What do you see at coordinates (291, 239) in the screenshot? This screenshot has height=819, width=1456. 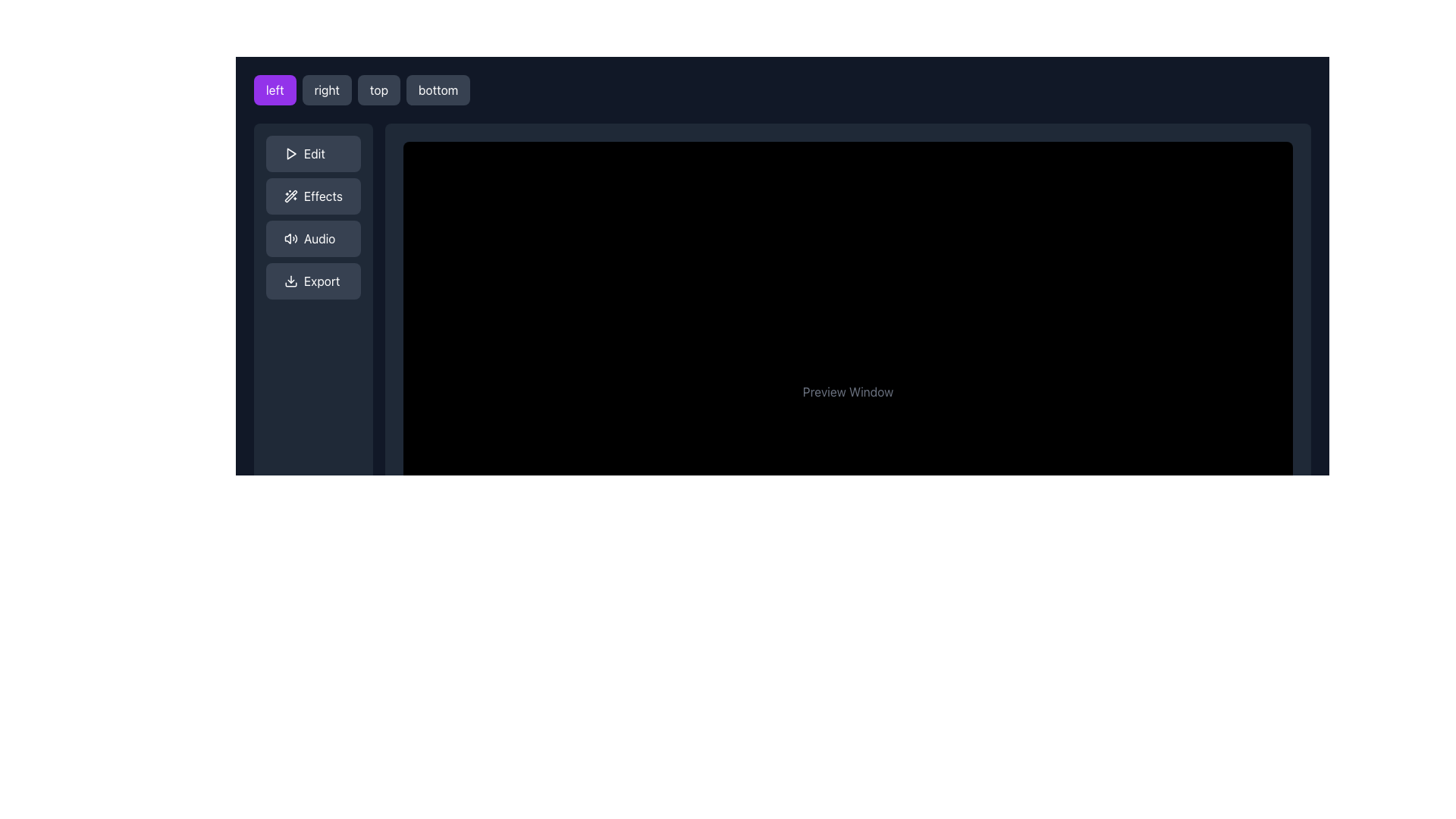 I see `the audio icon, which resembles a speaker with sound waves, located in the sidebar section of the interface next to the 'Audio' menu label` at bounding box center [291, 239].